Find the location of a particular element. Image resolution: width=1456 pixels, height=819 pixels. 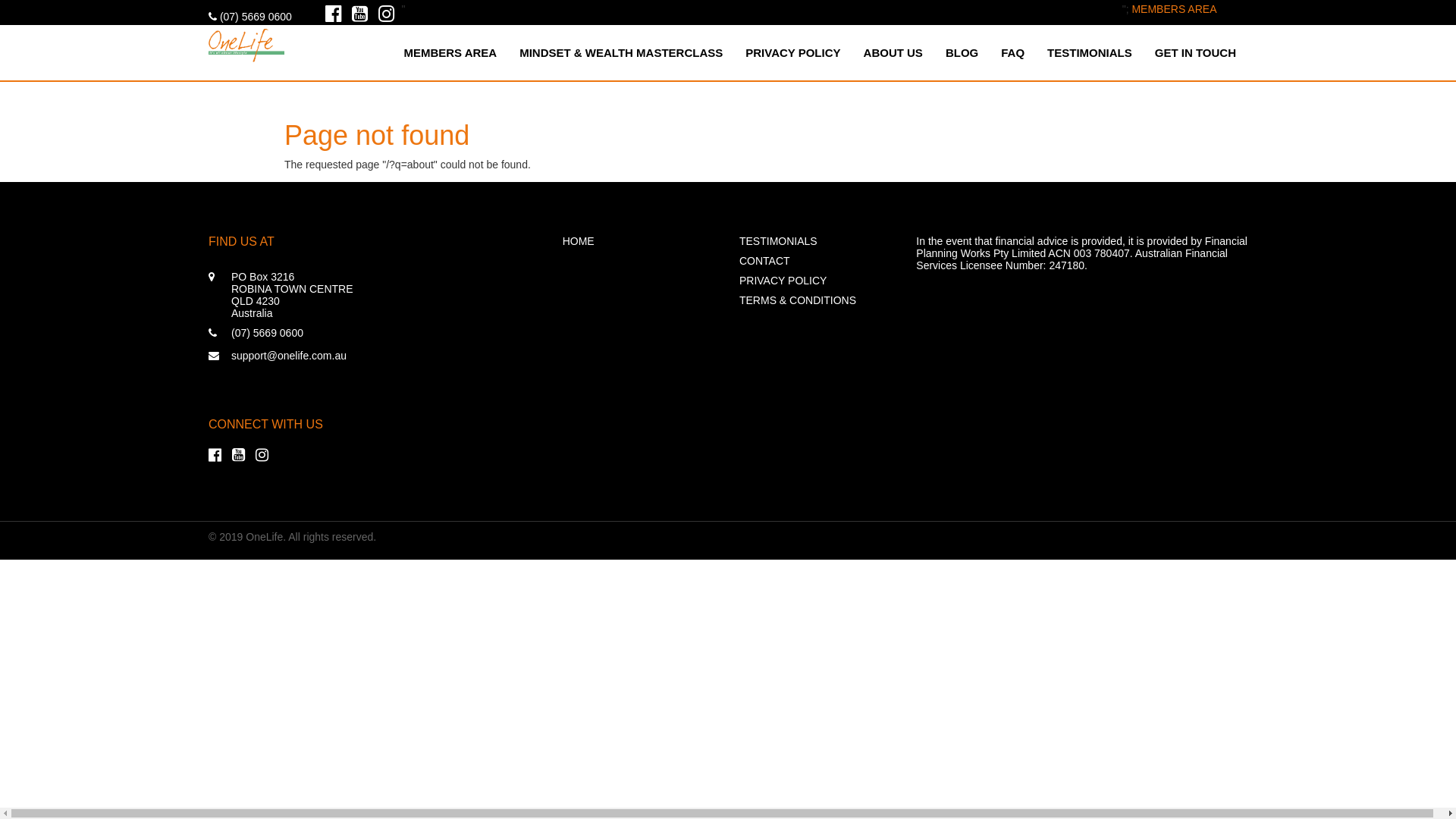

'CONTACT' is located at coordinates (815, 259).